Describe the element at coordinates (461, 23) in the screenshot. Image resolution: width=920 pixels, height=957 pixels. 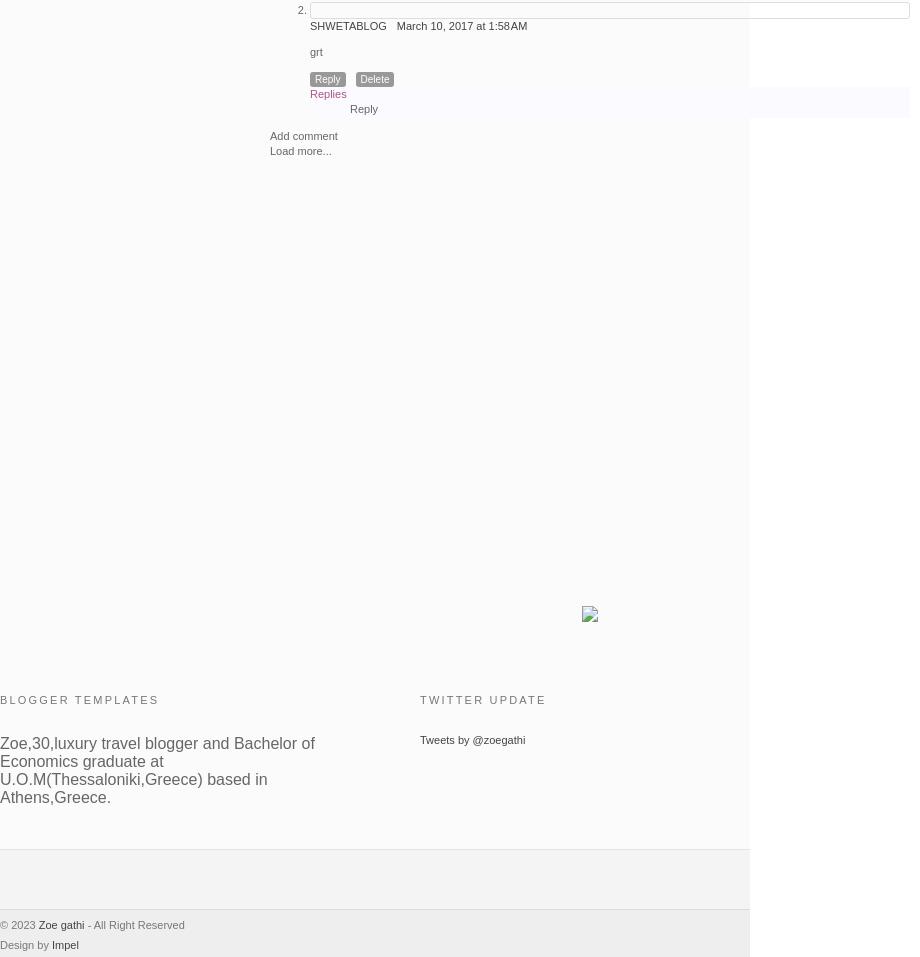
I see `'March 10, 2017 at 1:58 AM'` at that location.